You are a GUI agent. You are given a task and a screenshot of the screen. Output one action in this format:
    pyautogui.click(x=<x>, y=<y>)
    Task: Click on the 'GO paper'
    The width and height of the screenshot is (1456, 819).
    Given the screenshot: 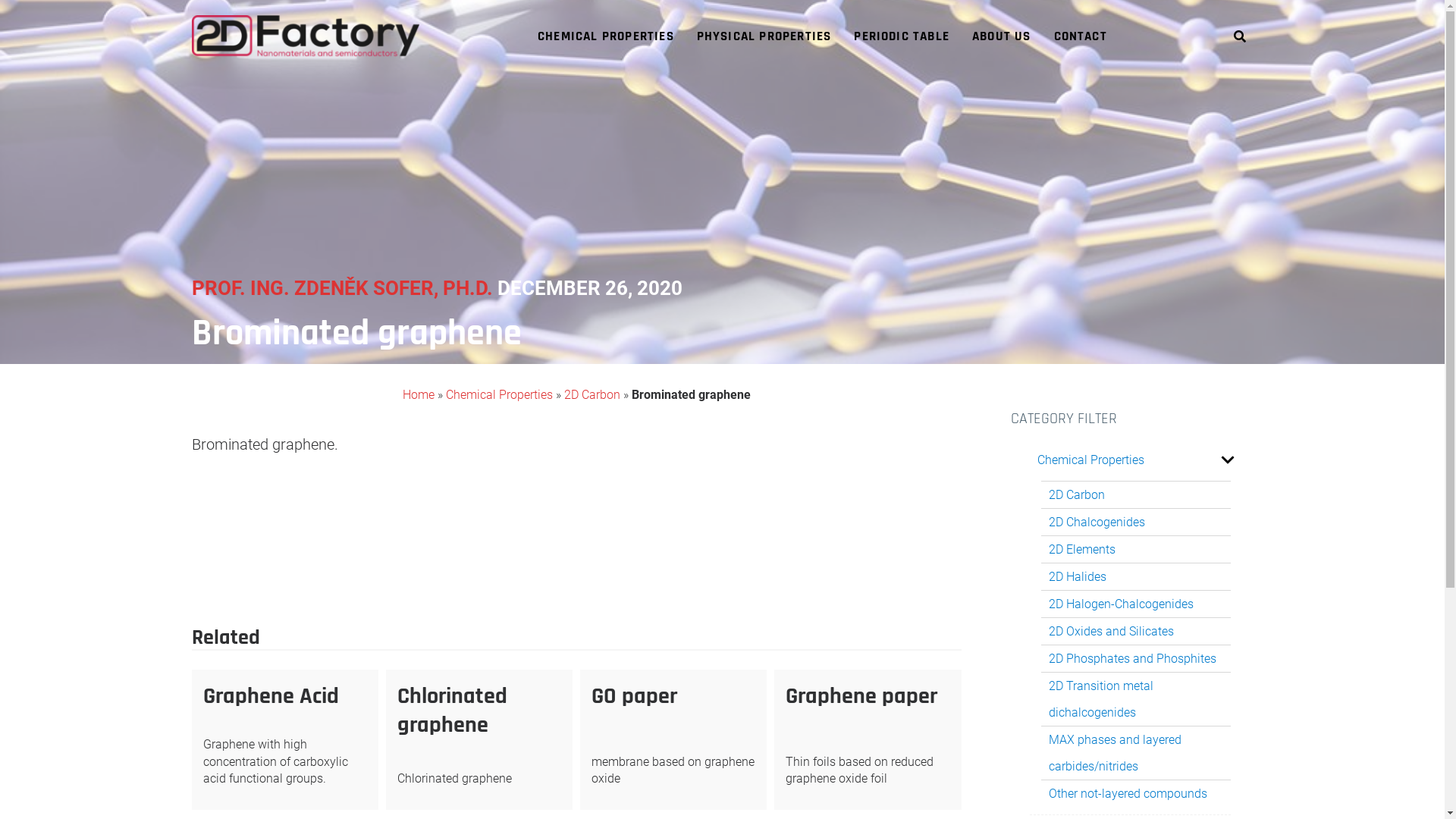 What is the action you would take?
    pyautogui.click(x=634, y=696)
    